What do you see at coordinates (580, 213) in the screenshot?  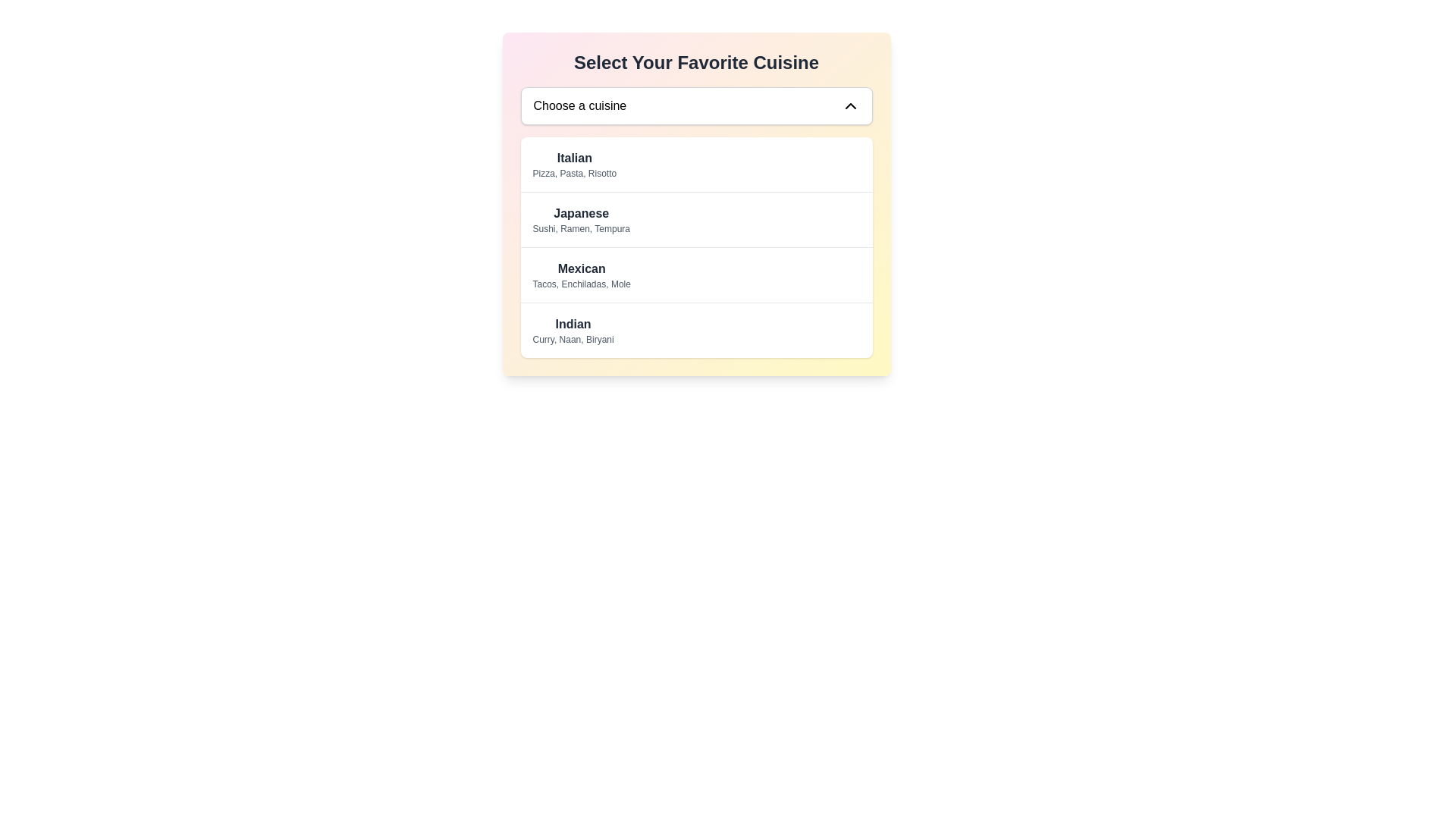 I see `the text label representing a selectable item in the food cuisines list, located in the second row, below 'Italian' and above 'Mexican'` at bounding box center [580, 213].